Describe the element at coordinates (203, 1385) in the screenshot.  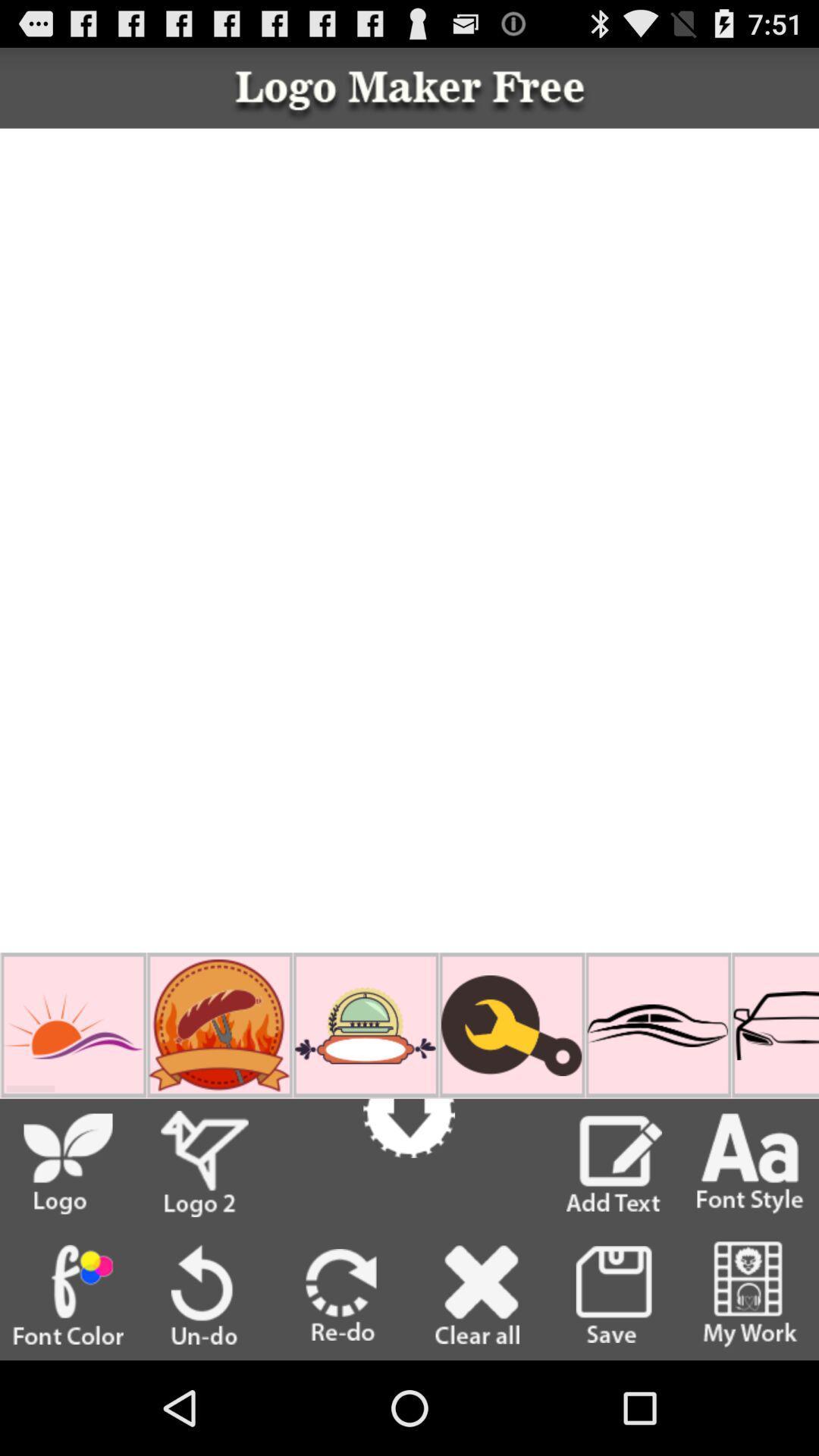
I see `the refresh icon` at that location.